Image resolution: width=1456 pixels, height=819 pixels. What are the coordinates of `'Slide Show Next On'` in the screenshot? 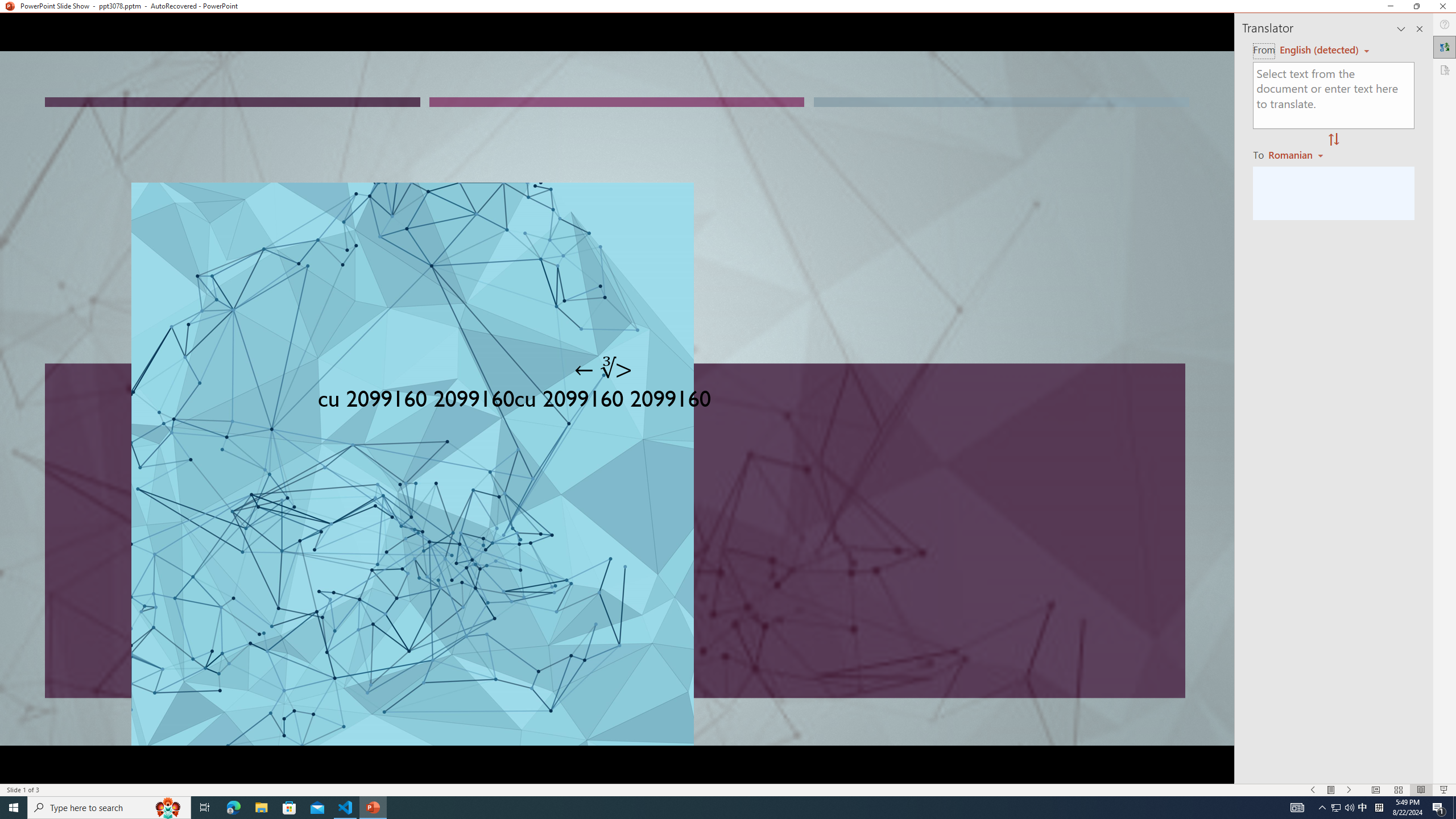 It's located at (1349, 790).